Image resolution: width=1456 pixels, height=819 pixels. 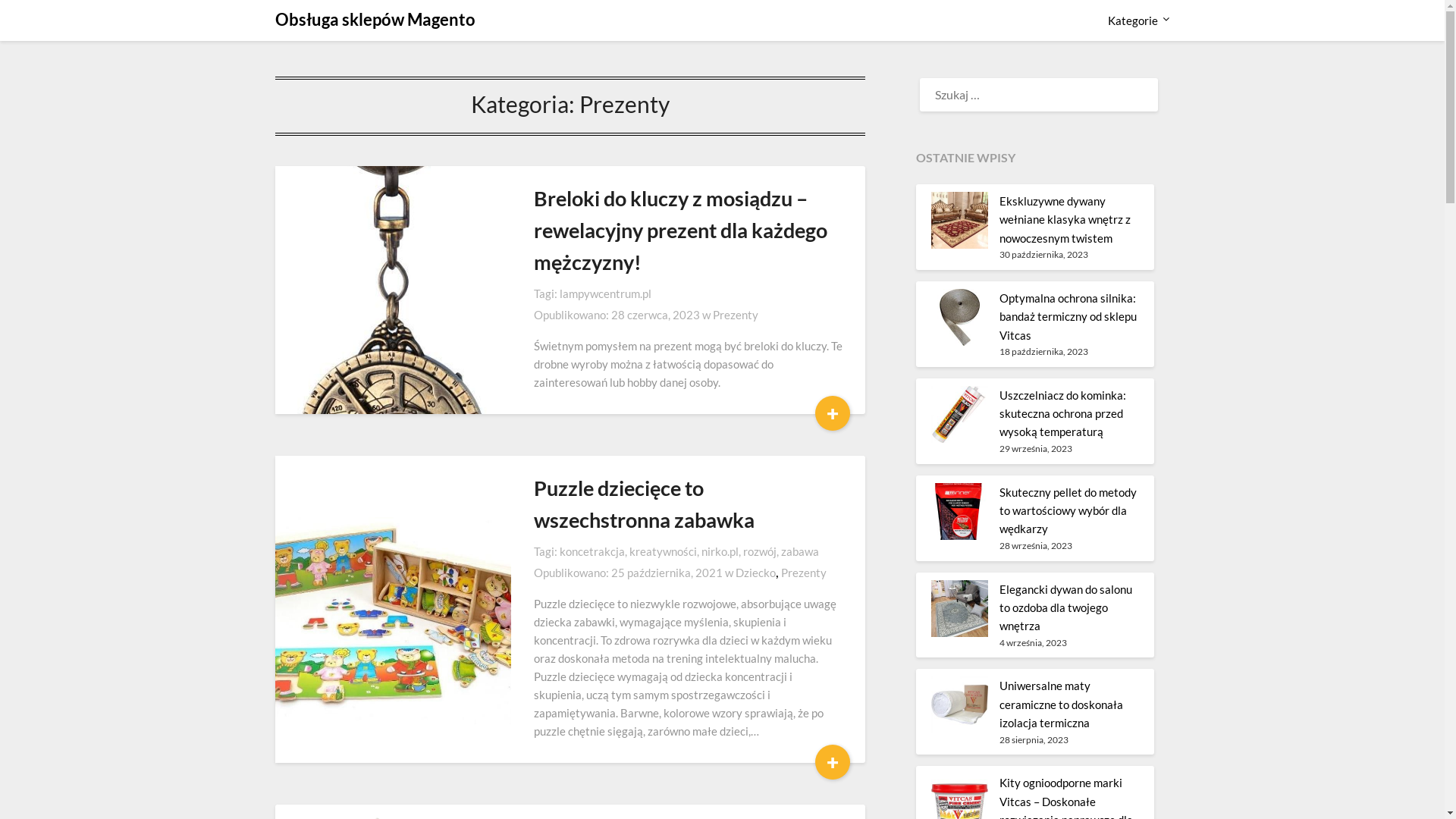 I want to click on 'Dziecko', so click(x=755, y=573).